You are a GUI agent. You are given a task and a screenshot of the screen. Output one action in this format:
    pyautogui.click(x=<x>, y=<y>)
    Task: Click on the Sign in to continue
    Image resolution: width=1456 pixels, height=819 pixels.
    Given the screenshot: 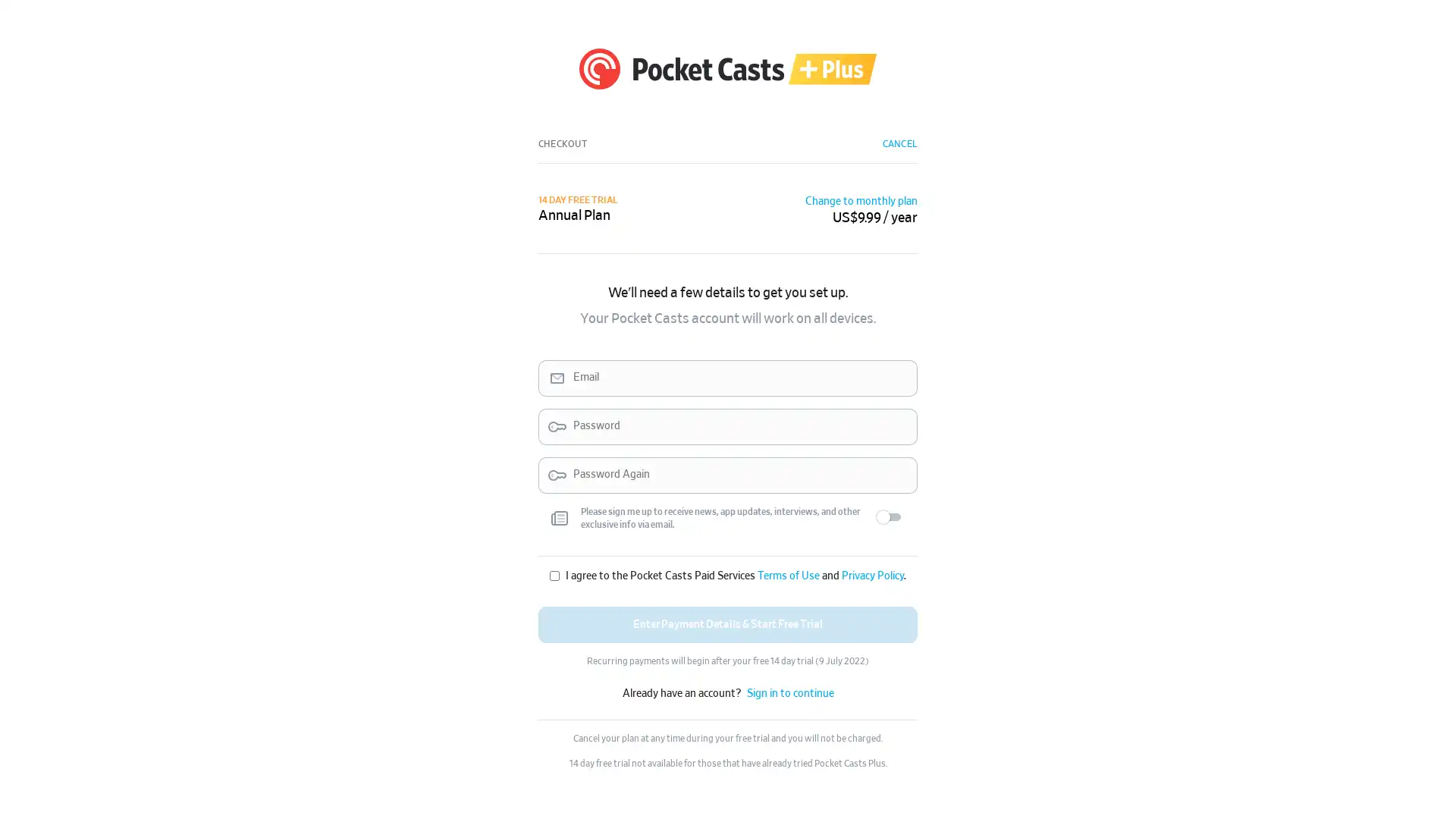 What is the action you would take?
    pyautogui.click(x=789, y=693)
    